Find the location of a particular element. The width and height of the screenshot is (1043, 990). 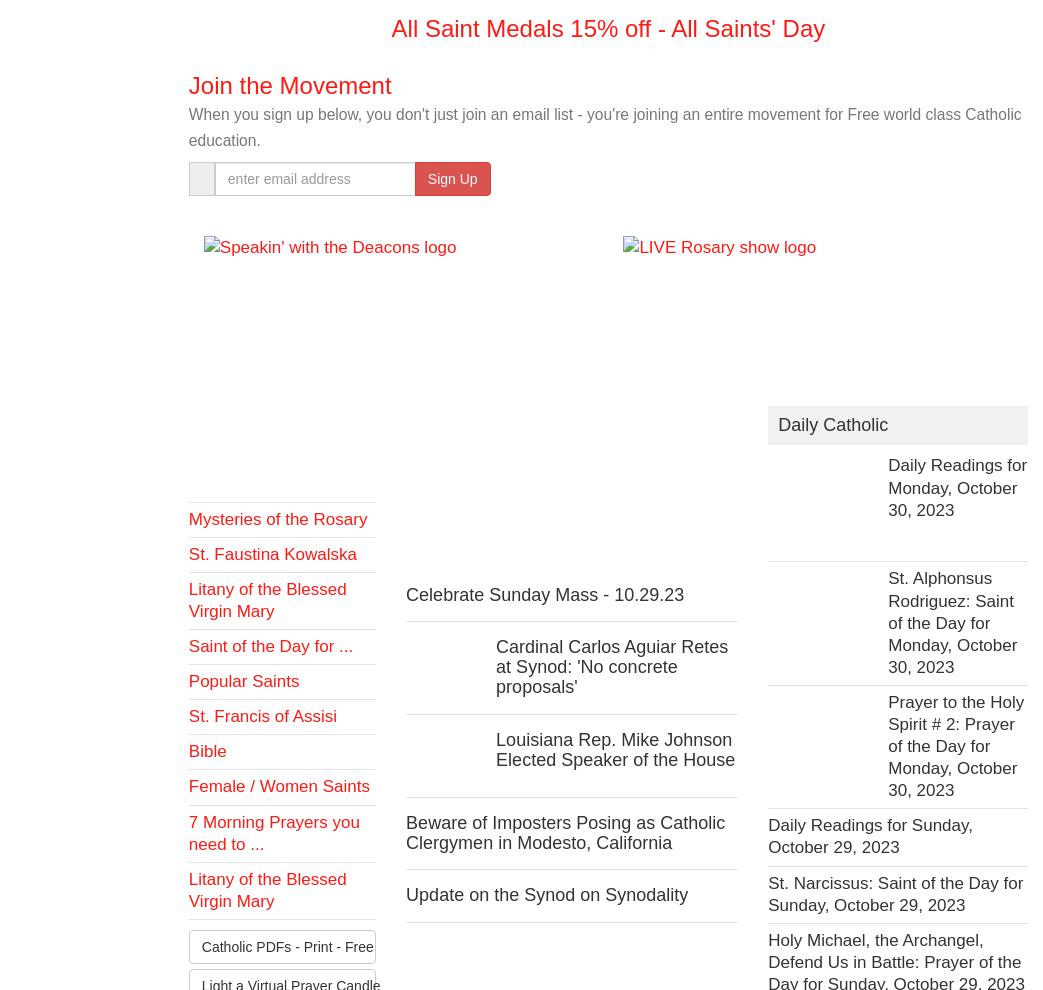

'St. Francis of Assisi' is located at coordinates (262, 715).